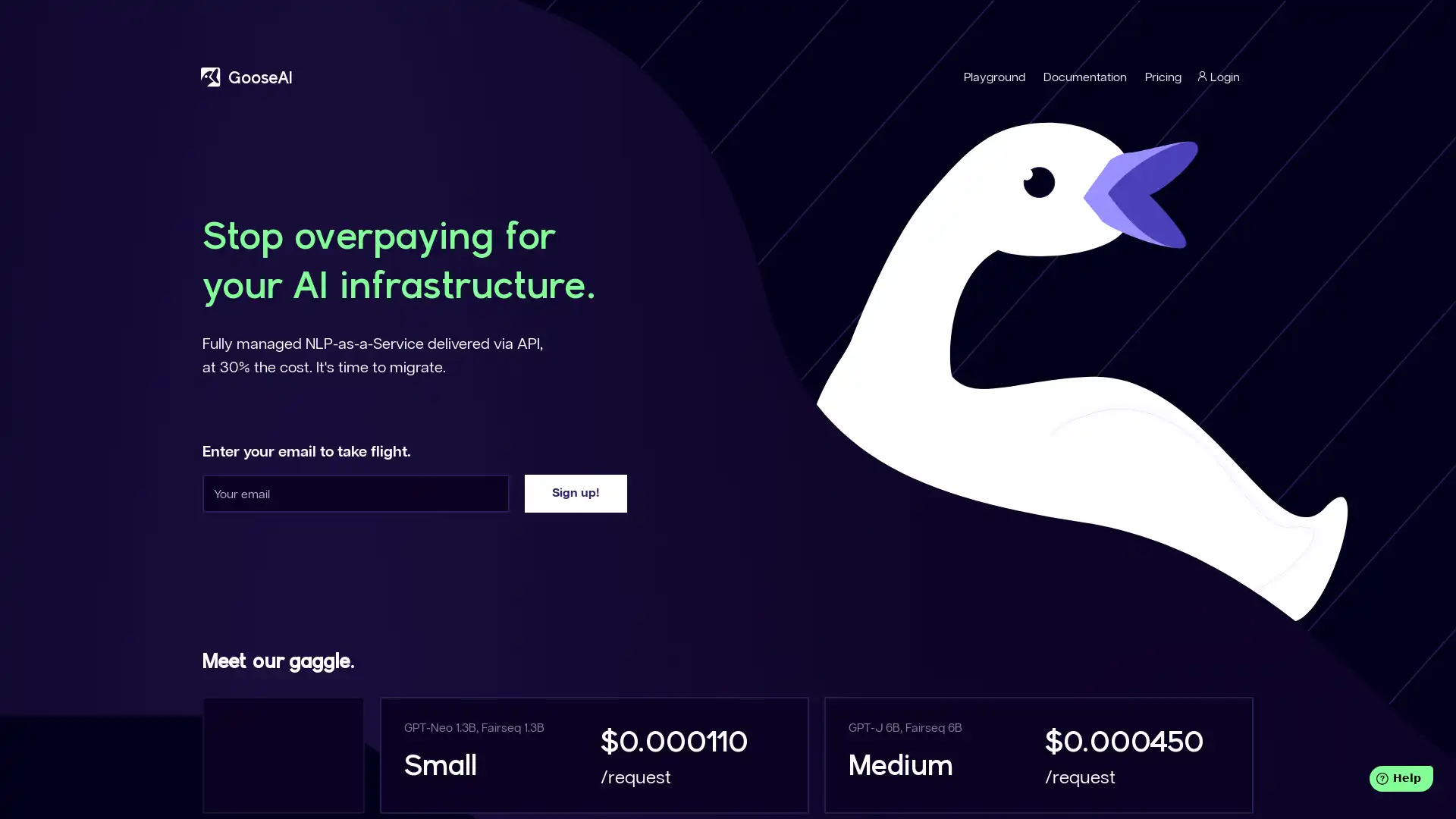  I want to click on Sign up!, so click(575, 494).